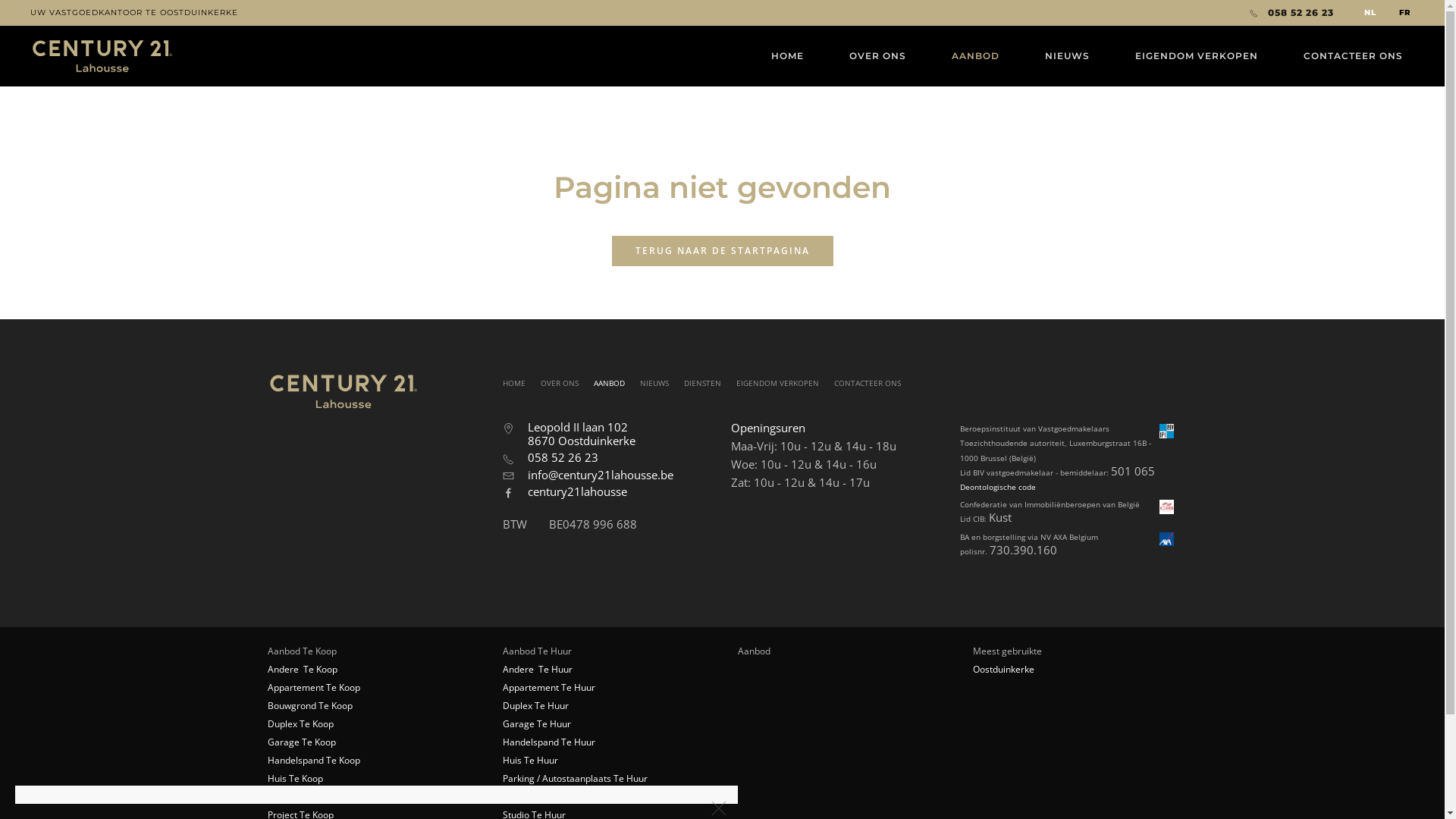  What do you see at coordinates (1291, 12) in the screenshot?
I see `'058 52 26 23'` at bounding box center [1291, 12].